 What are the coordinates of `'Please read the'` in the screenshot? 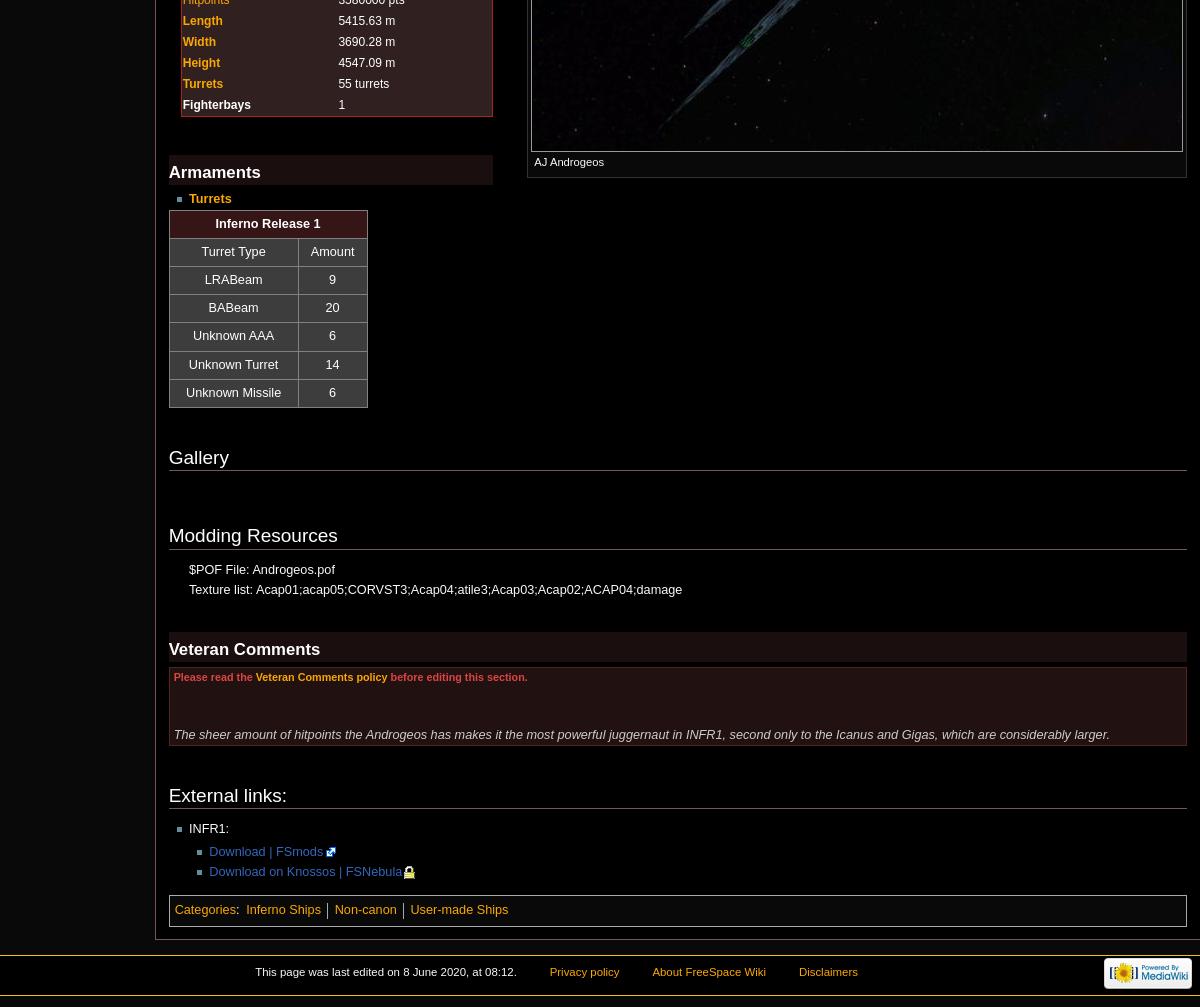 It's located at (212, 676).